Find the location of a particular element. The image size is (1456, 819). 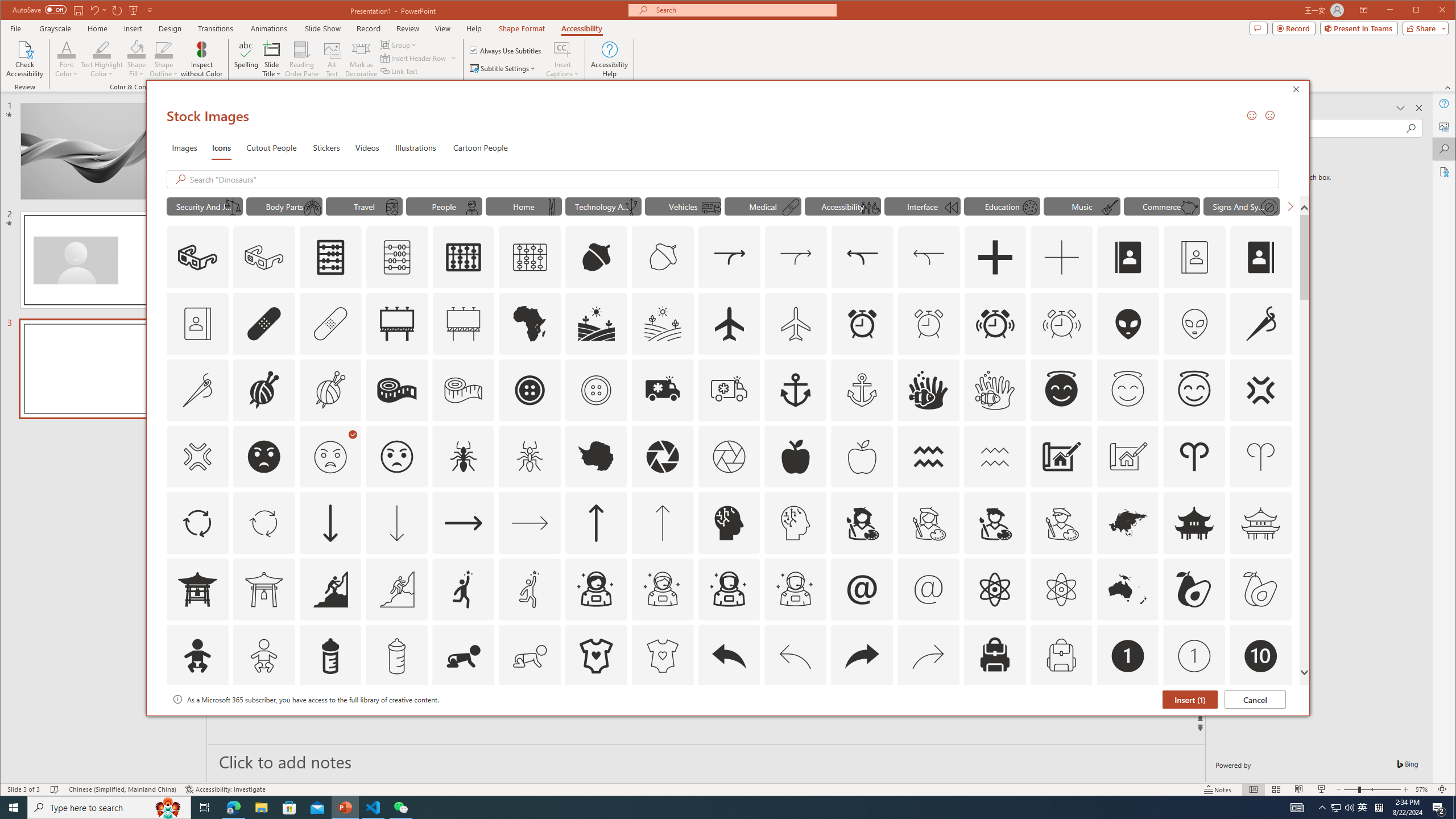

'AutomationID: Icons_AlienFace_M' is located at coordinates (1194, 322).